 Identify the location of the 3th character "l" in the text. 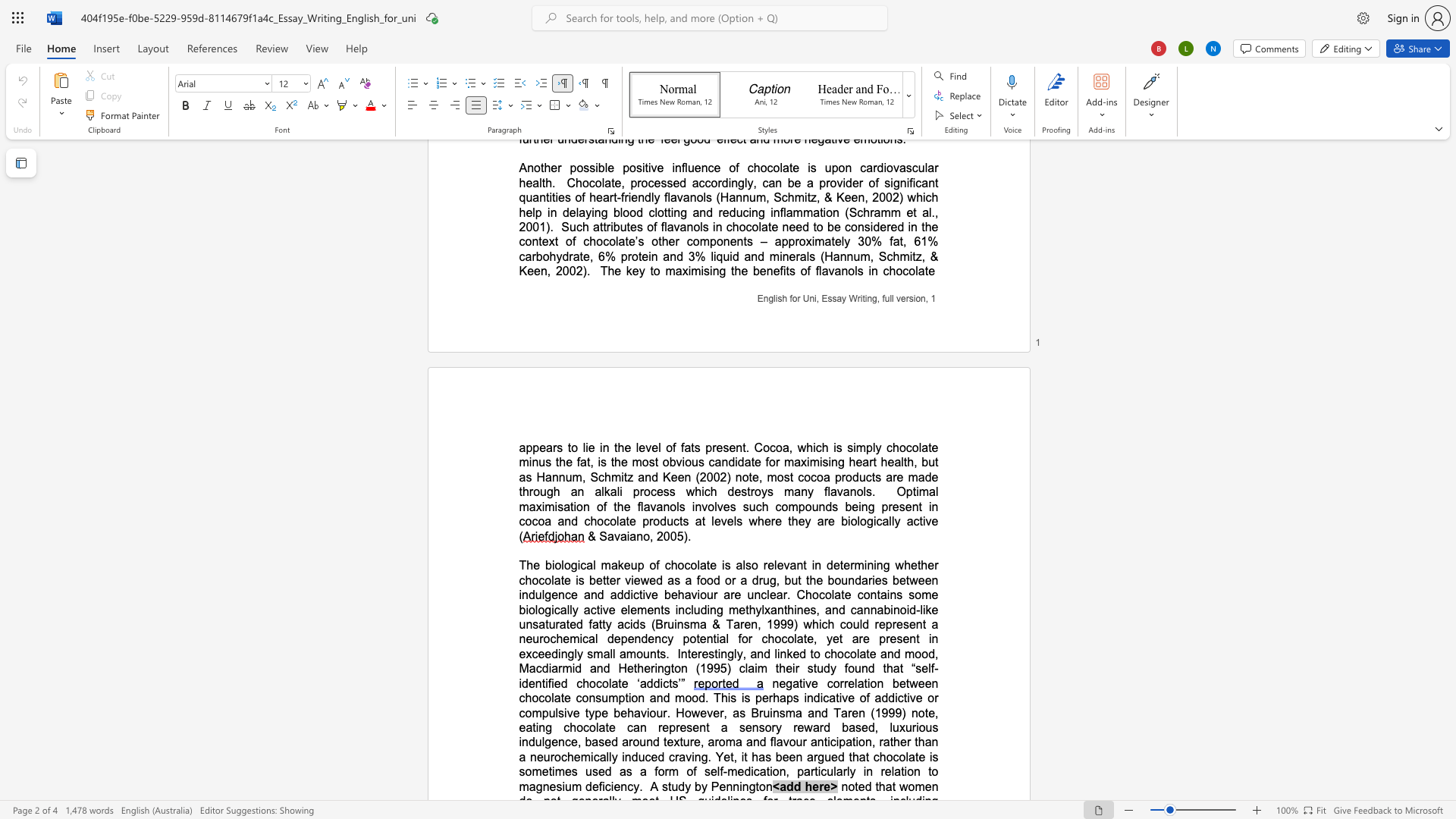
(659, 447).